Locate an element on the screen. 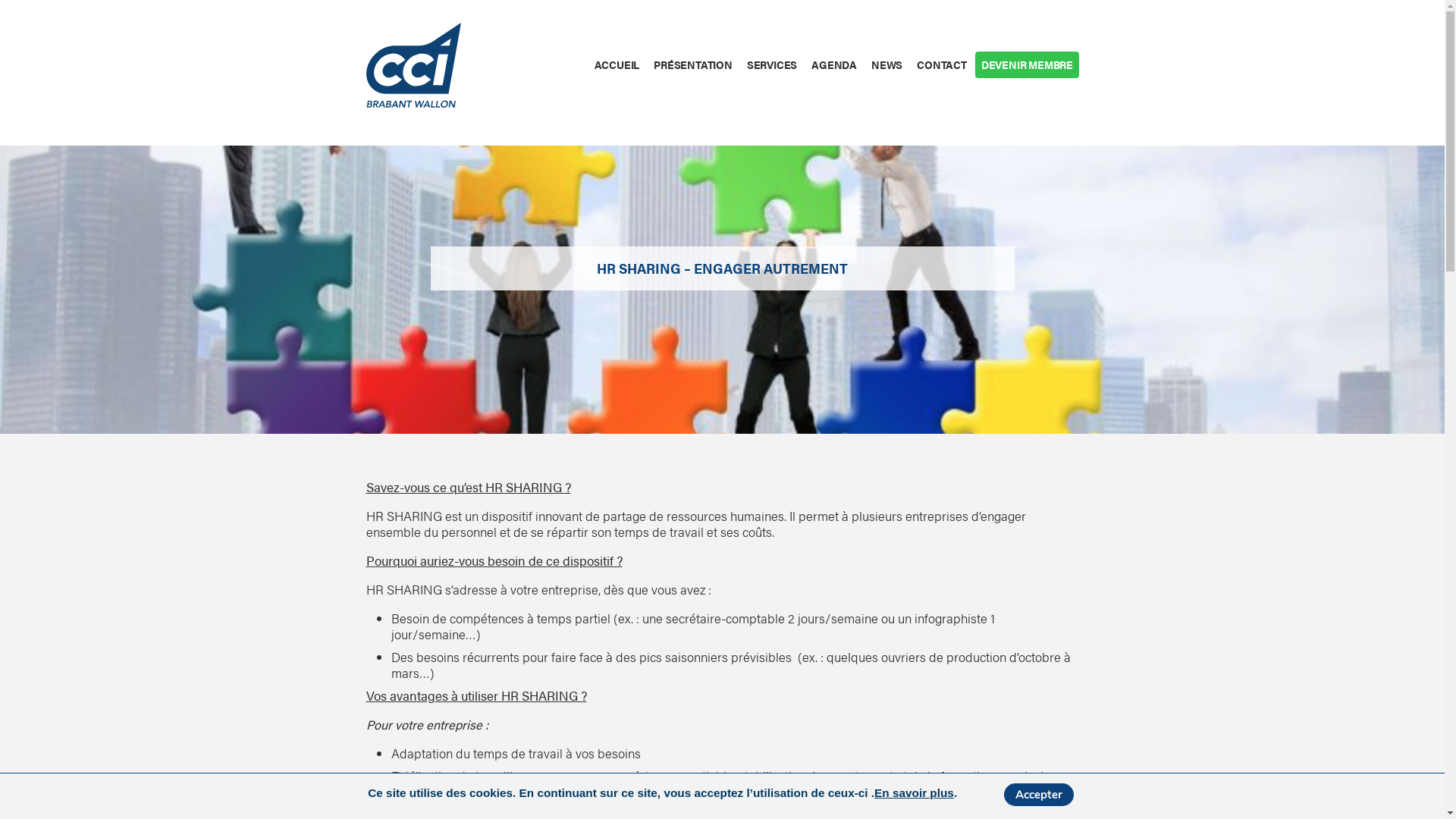  'CONTACT' is located at coordinates (941, 64).